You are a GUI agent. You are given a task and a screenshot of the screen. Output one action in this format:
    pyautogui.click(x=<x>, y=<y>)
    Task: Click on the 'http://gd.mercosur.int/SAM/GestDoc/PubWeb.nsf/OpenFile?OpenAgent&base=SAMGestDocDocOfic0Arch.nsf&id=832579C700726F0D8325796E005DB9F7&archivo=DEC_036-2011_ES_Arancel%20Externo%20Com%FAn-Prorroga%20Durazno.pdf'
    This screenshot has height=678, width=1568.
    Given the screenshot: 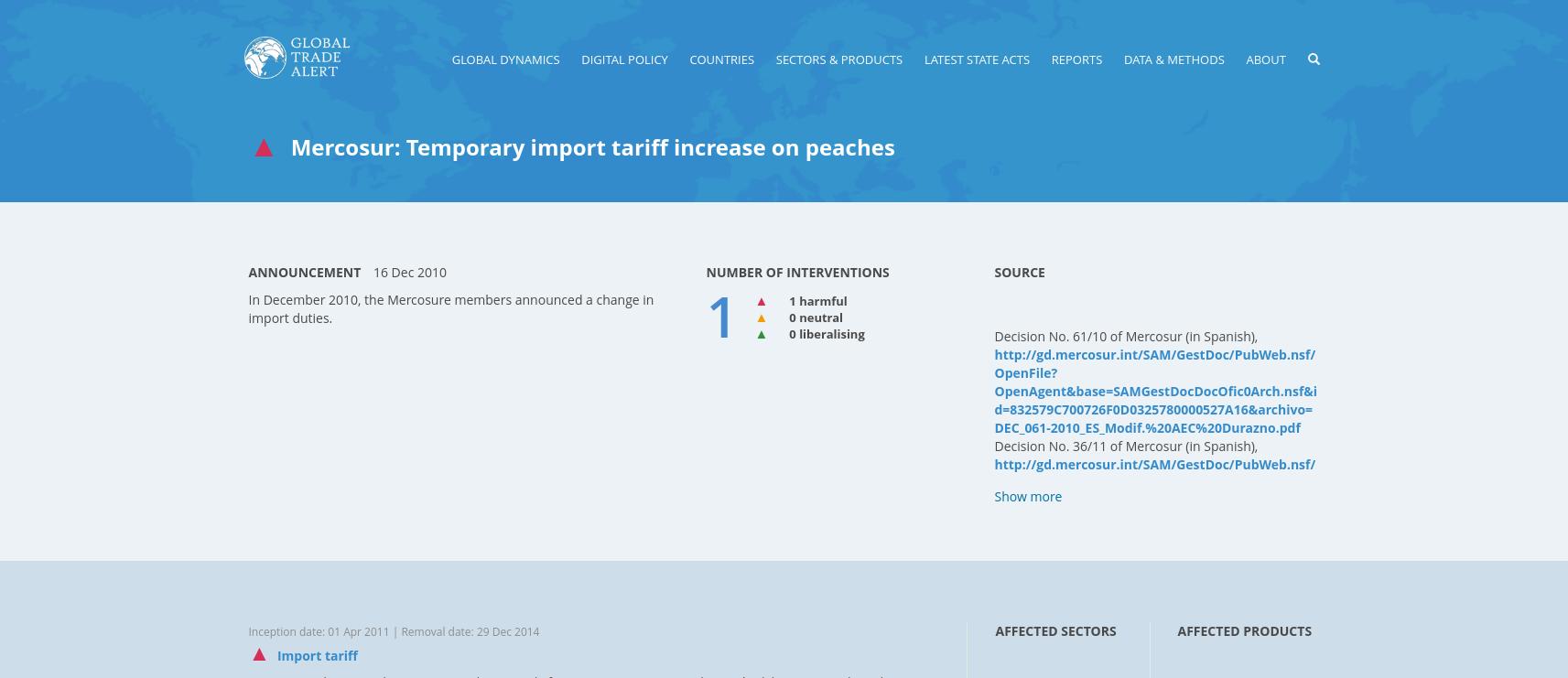 What is the action you would take?
    pyautogui.click(x=1155, y=519)
    